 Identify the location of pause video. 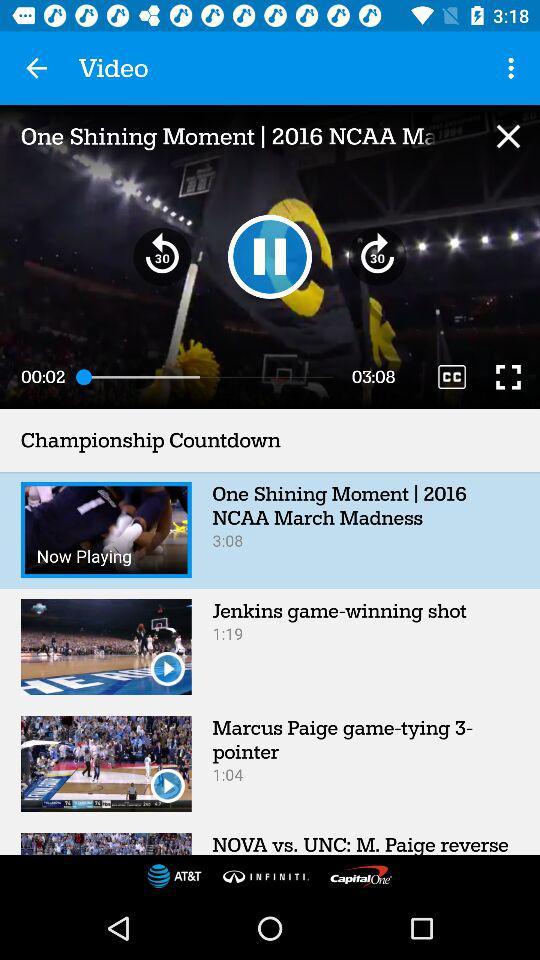
(270, 255).